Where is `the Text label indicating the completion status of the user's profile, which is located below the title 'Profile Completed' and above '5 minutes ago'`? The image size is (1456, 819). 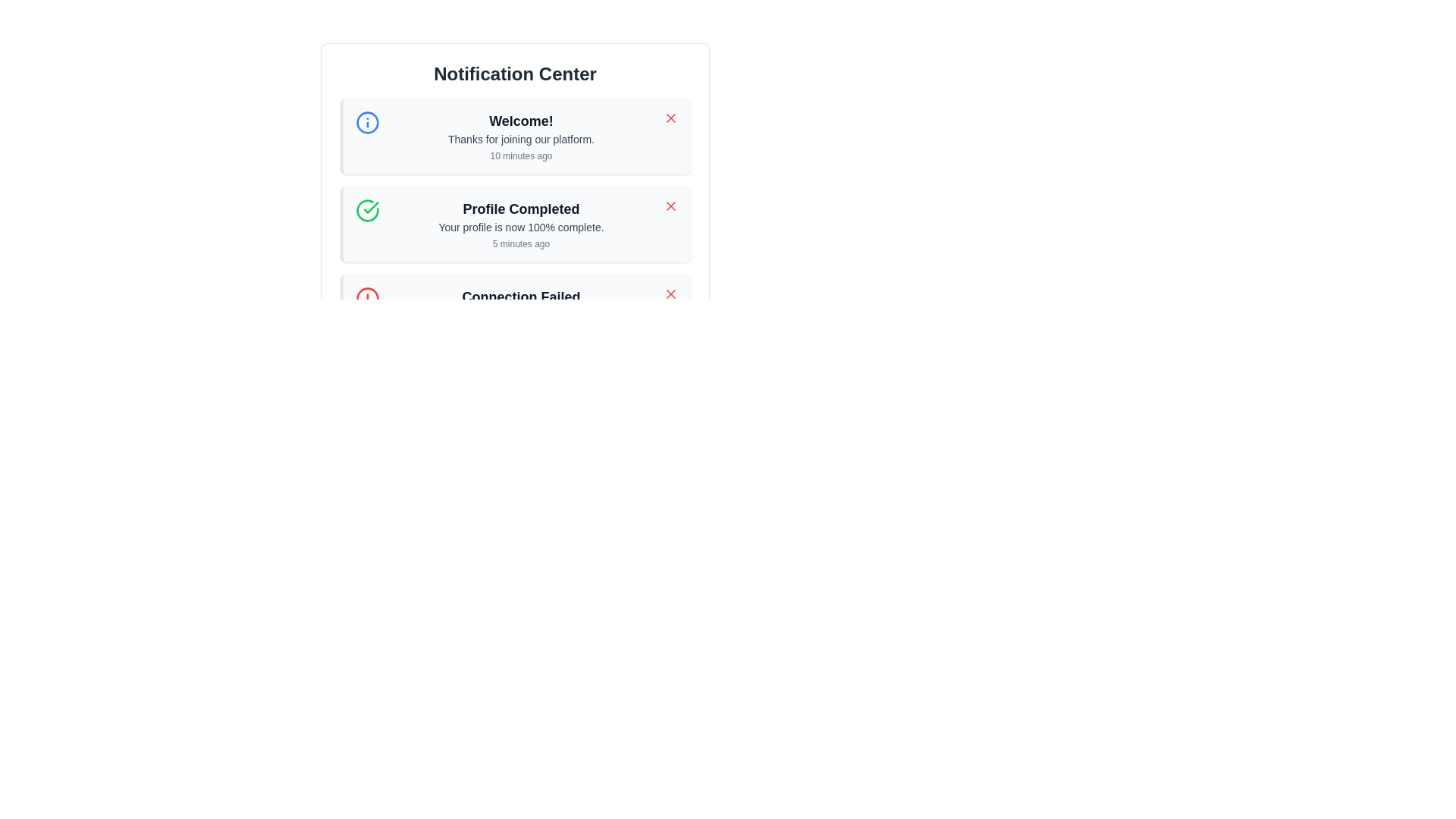 the Text label indicating the completion status of the user's profile, which is located below the title 'Profile Completed' and above '5 minutes ago' is located at coordinates (521, 227).